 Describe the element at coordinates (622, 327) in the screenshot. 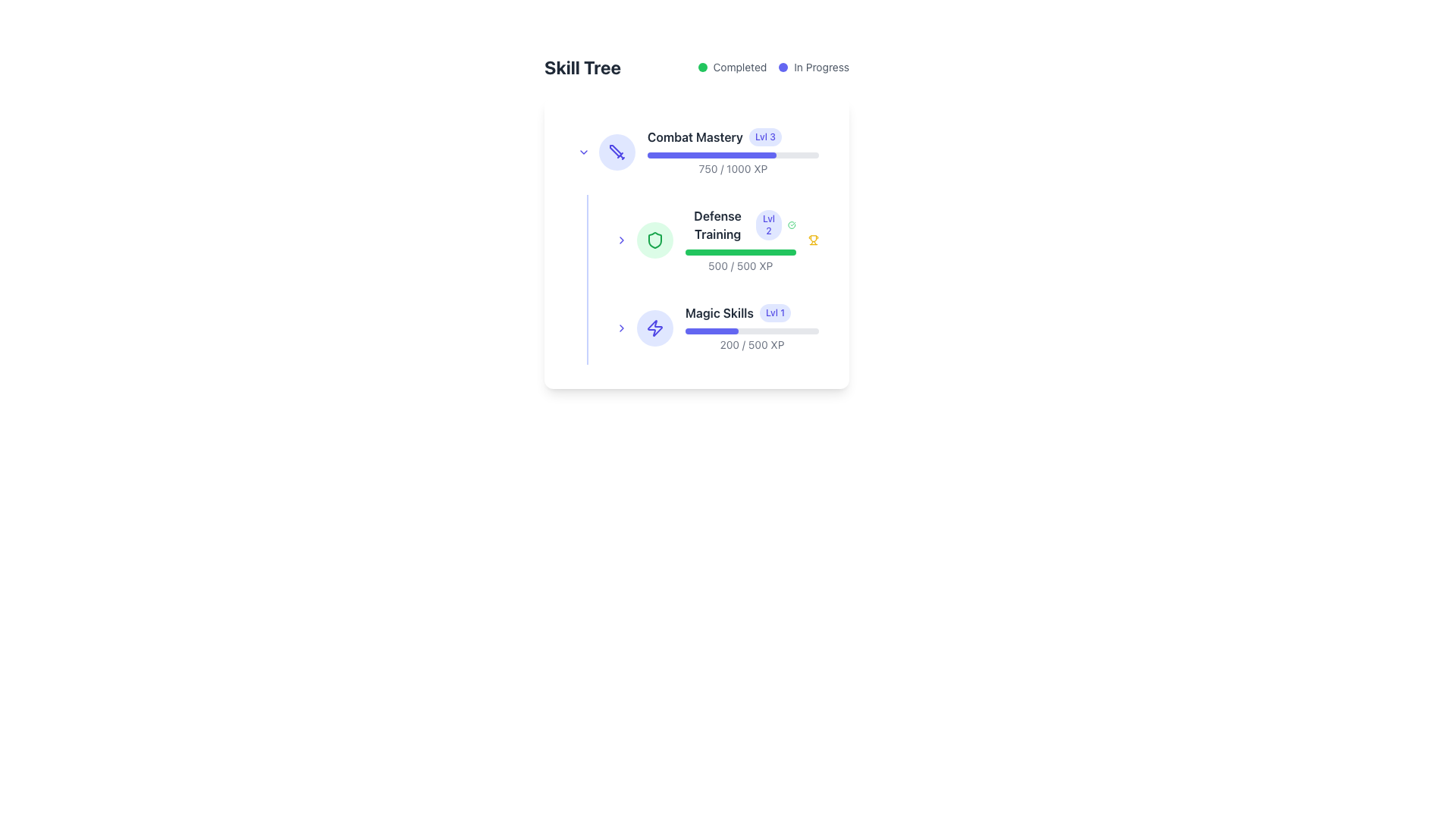

I see `the rightward pointing indigo chevron arrow icon` at that location.